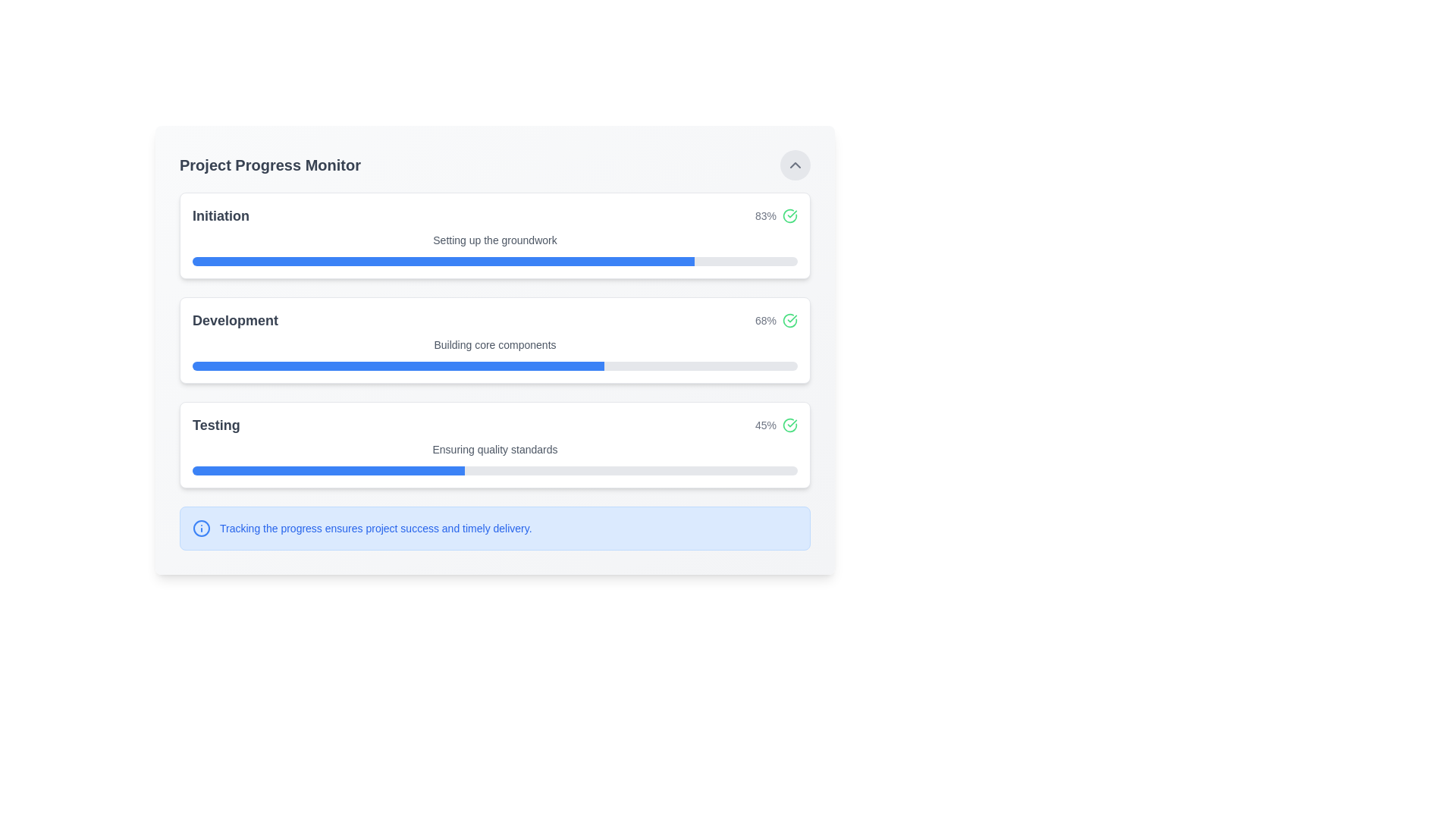  I want to click on the button with an embedded chevron up arrow icon located, so click(795, 165).